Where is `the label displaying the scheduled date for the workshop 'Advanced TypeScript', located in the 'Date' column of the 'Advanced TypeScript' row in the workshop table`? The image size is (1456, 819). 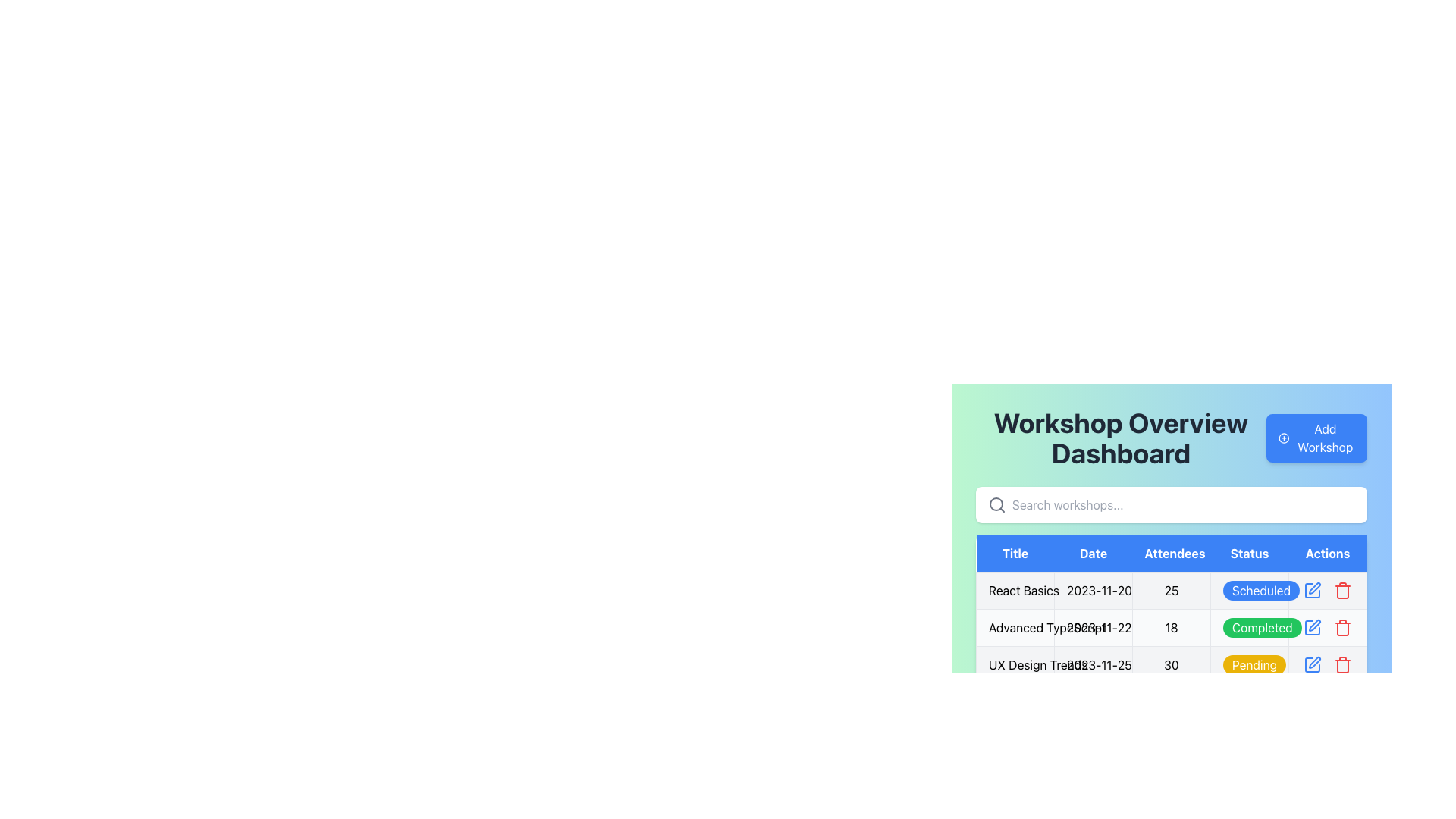 the label displaying the scheduled date for the workshop 'Advanced TypeScript', located in the 'Date' column of the 'Advanced TypeScript' row in the workshop table is located at coordinates (1093, 628).